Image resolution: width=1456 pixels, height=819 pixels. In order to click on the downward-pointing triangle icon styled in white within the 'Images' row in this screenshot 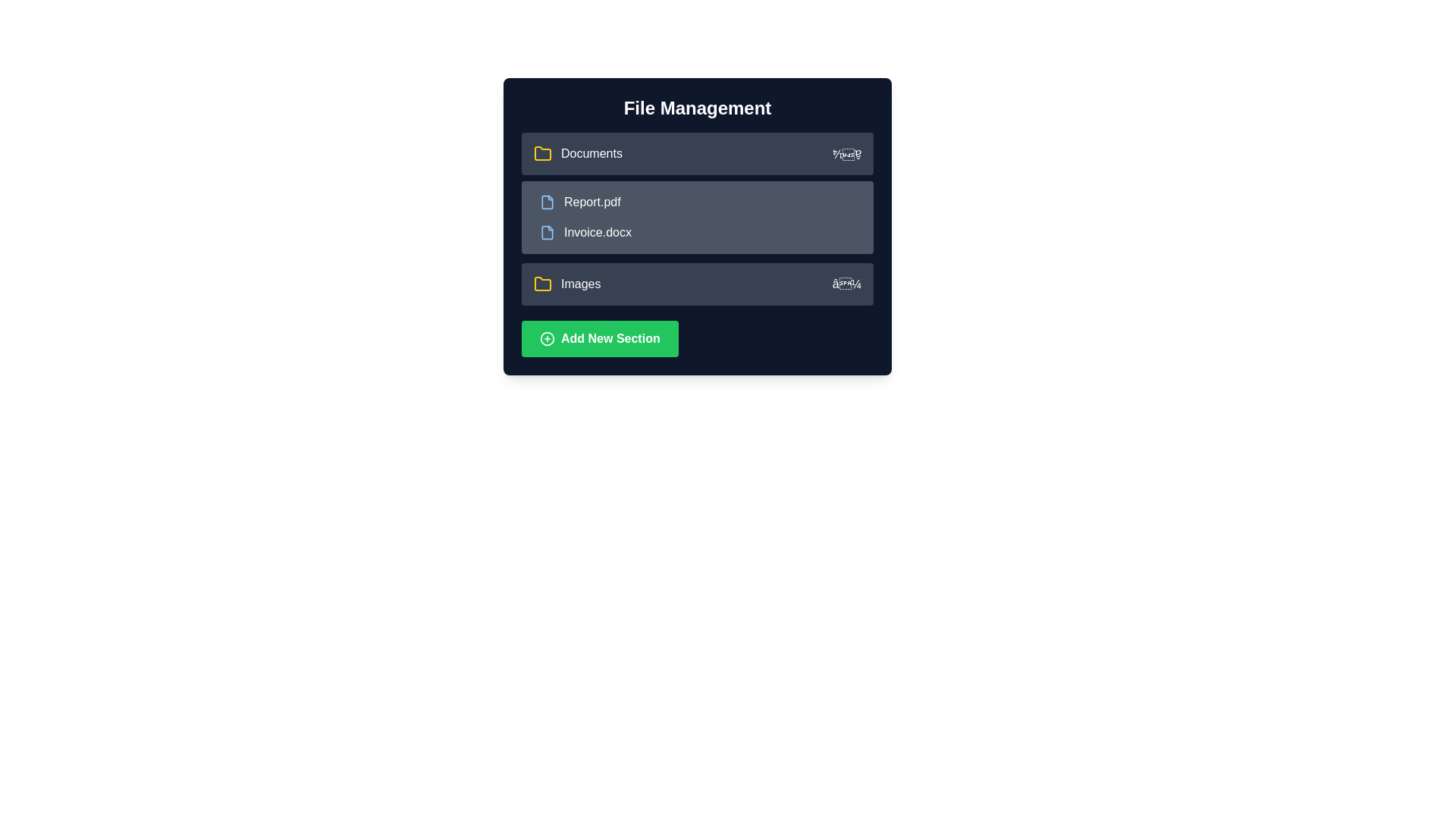, I will do `click(846, 284)`.